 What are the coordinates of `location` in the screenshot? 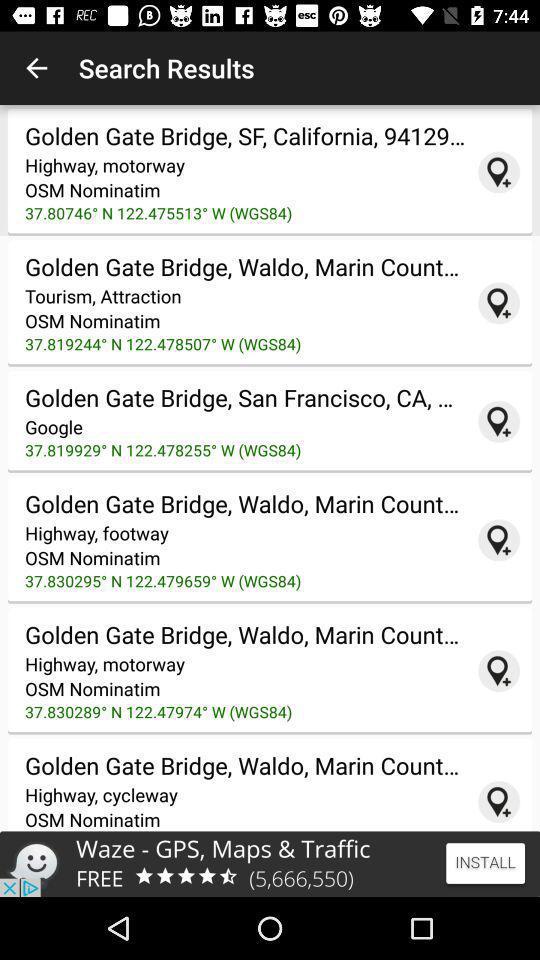 It's located at (498, 802).